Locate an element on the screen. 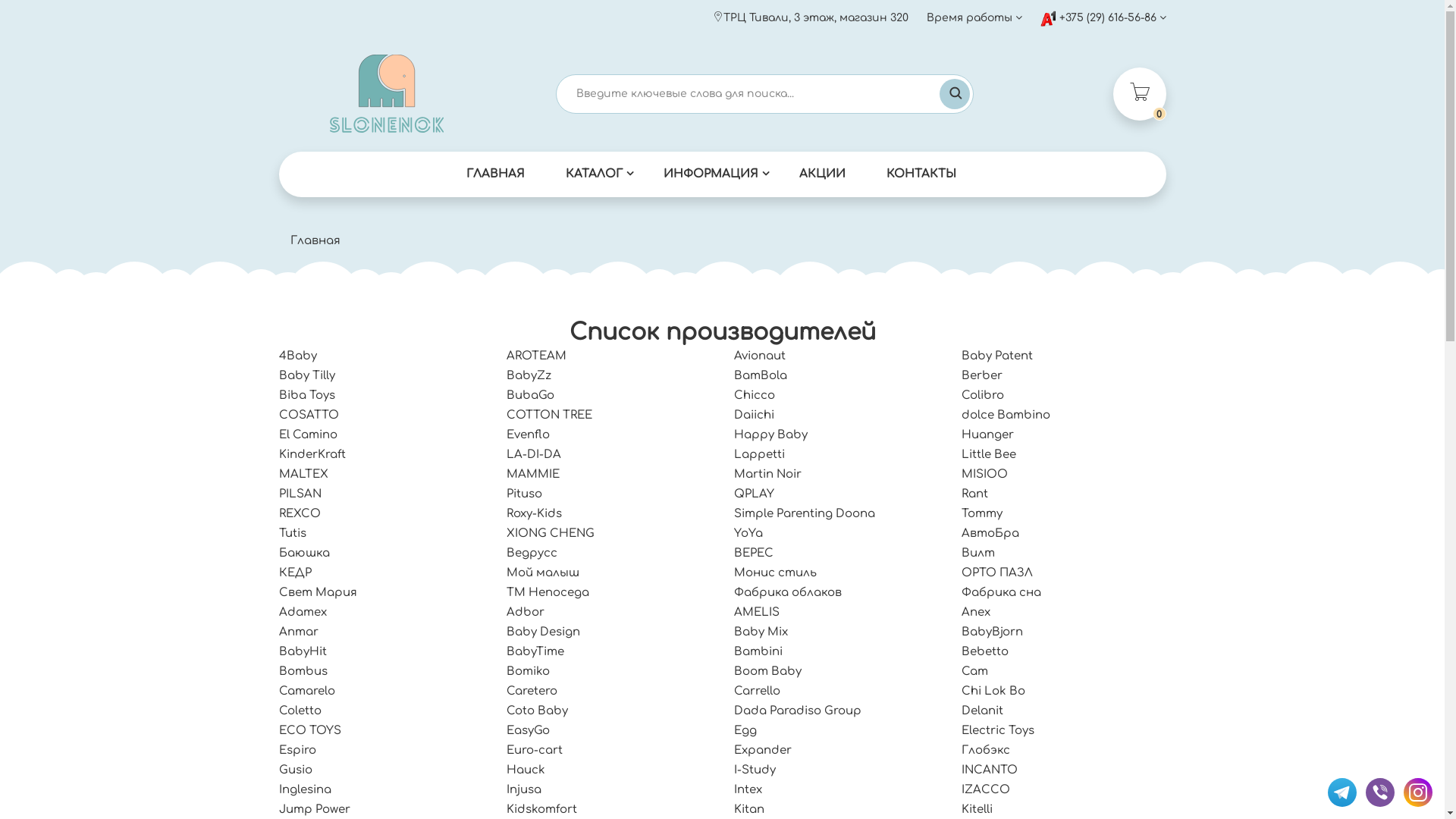 The width and height of the screenshot is (1456, 819). 'I-Study' is located at coordinates (734, 770).